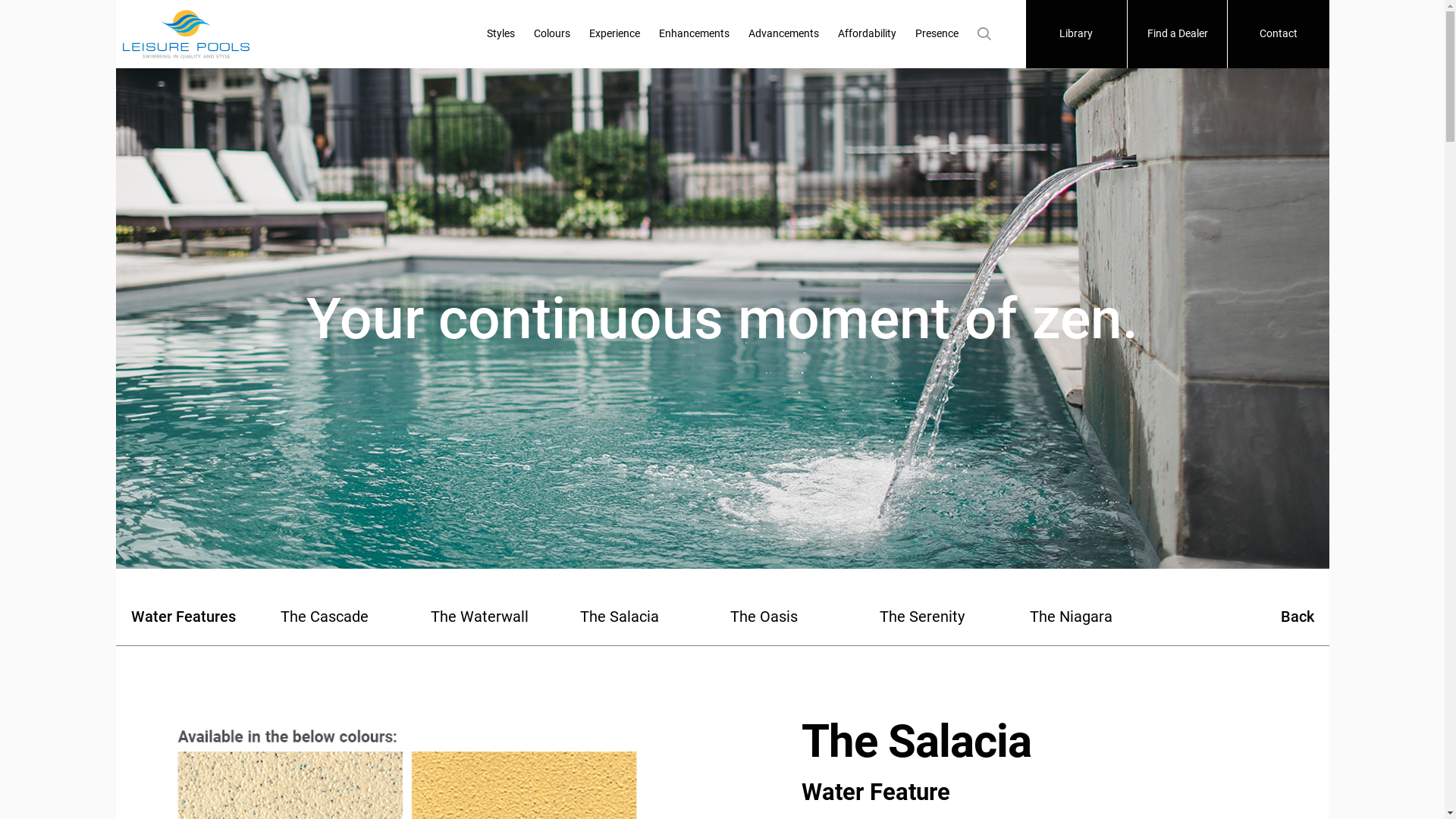 Image resolution: width=1456 pixels, height=819 pixels. Describe the element at coordinates (551, 34) in the screenshot. I see `'Colours'` at that location.